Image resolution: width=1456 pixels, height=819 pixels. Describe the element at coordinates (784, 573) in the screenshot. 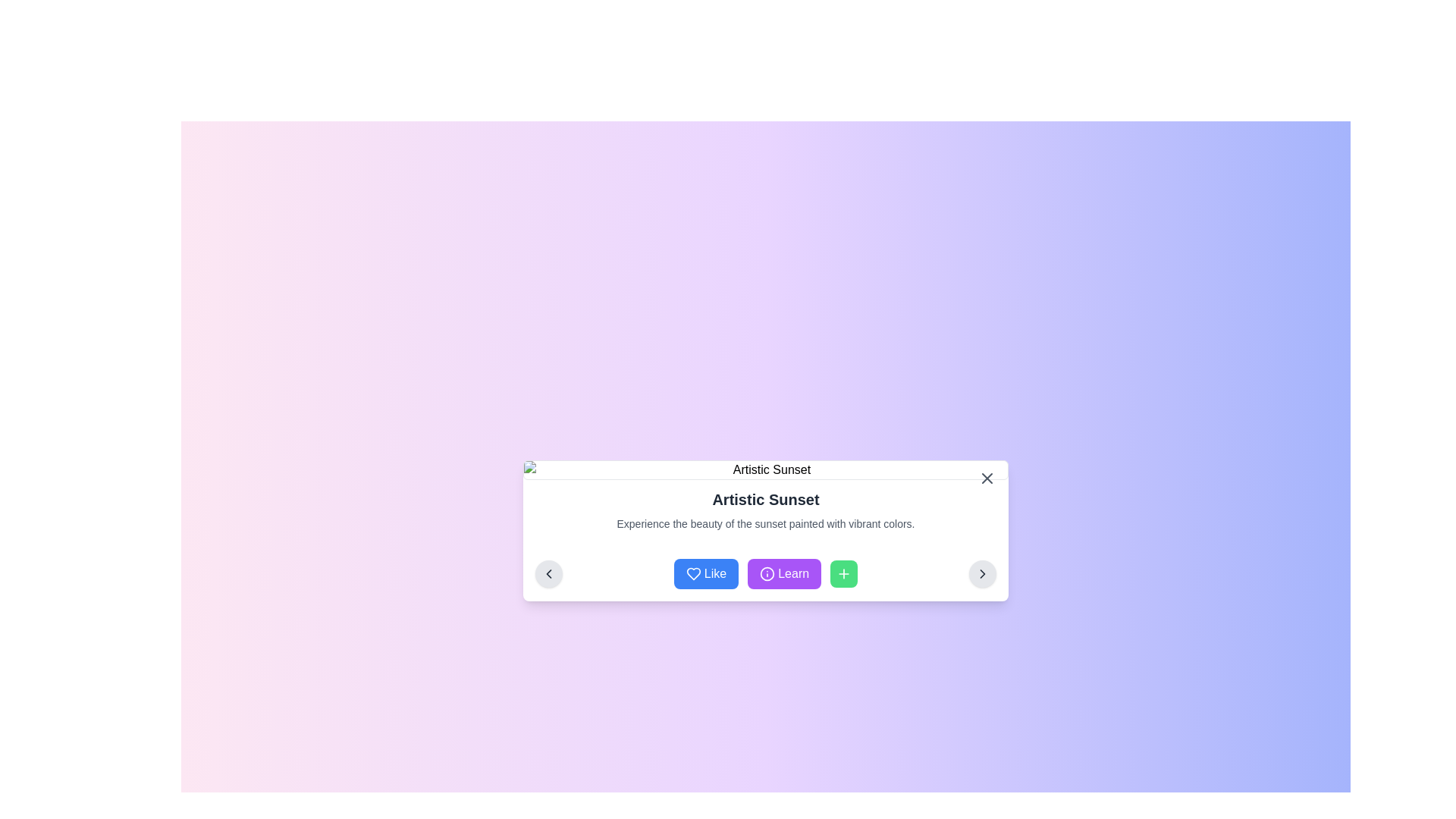

I see `the 'Learn' button located at the center of the modal window to observe its interactive styling` at that location.